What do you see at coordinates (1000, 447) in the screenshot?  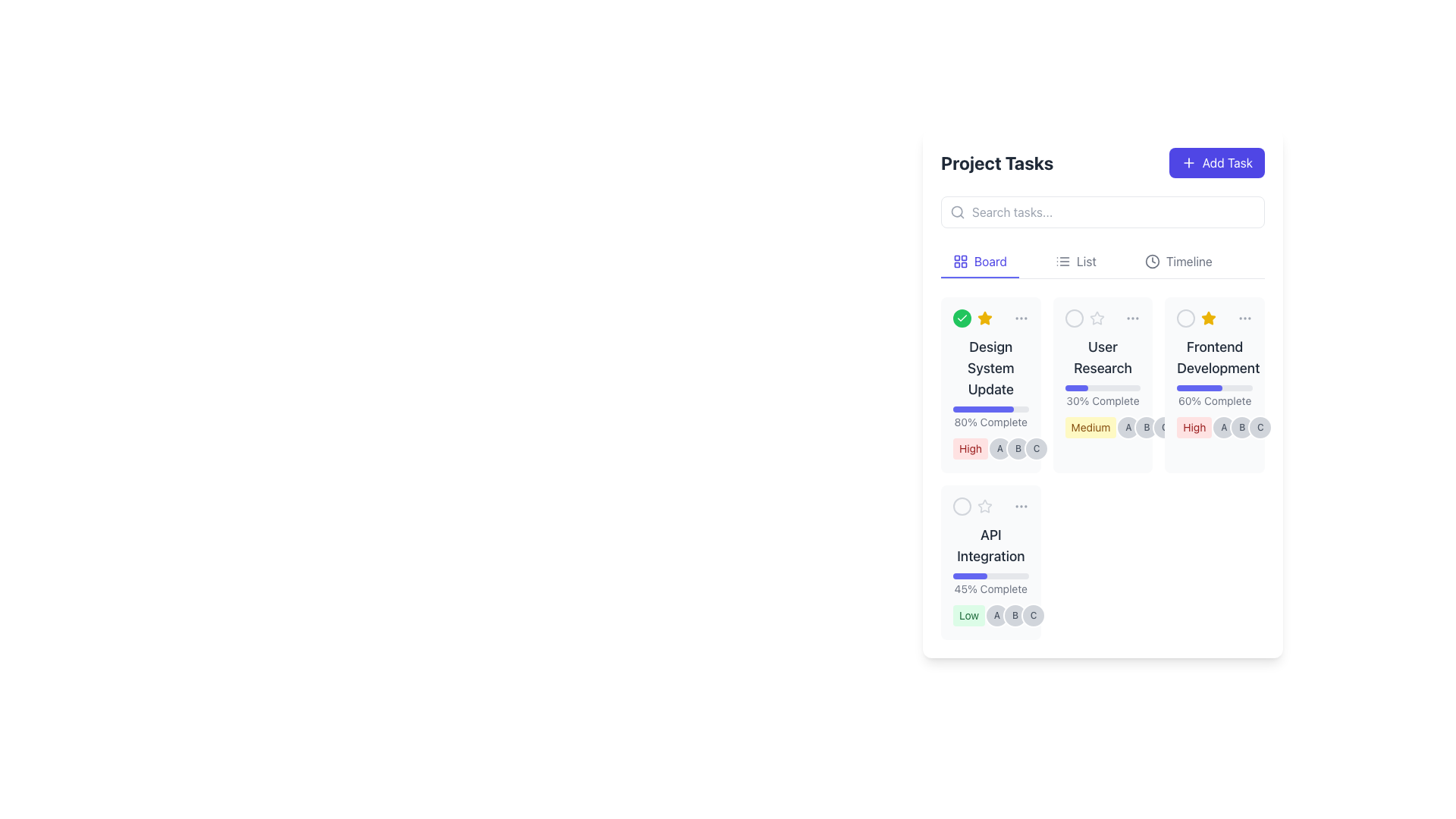 I see `the circular icon labeled 'A' with a light gray background and white border` at bounding box center [1000, 447].